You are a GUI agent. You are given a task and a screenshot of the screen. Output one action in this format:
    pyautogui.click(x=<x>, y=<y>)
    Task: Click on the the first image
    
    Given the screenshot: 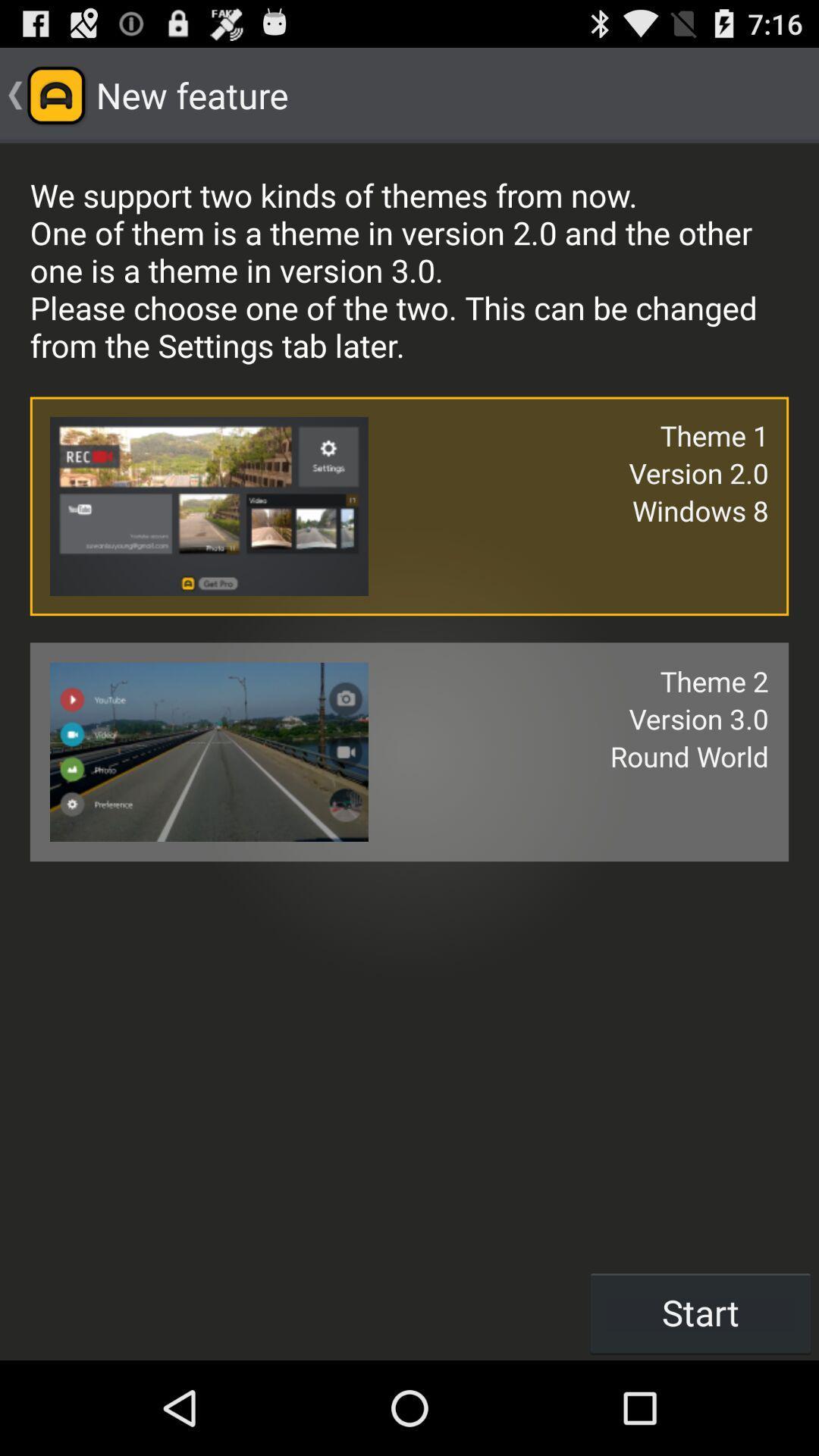 What is the action you would take?
    pyautogui.click(x=209, y=506)
    